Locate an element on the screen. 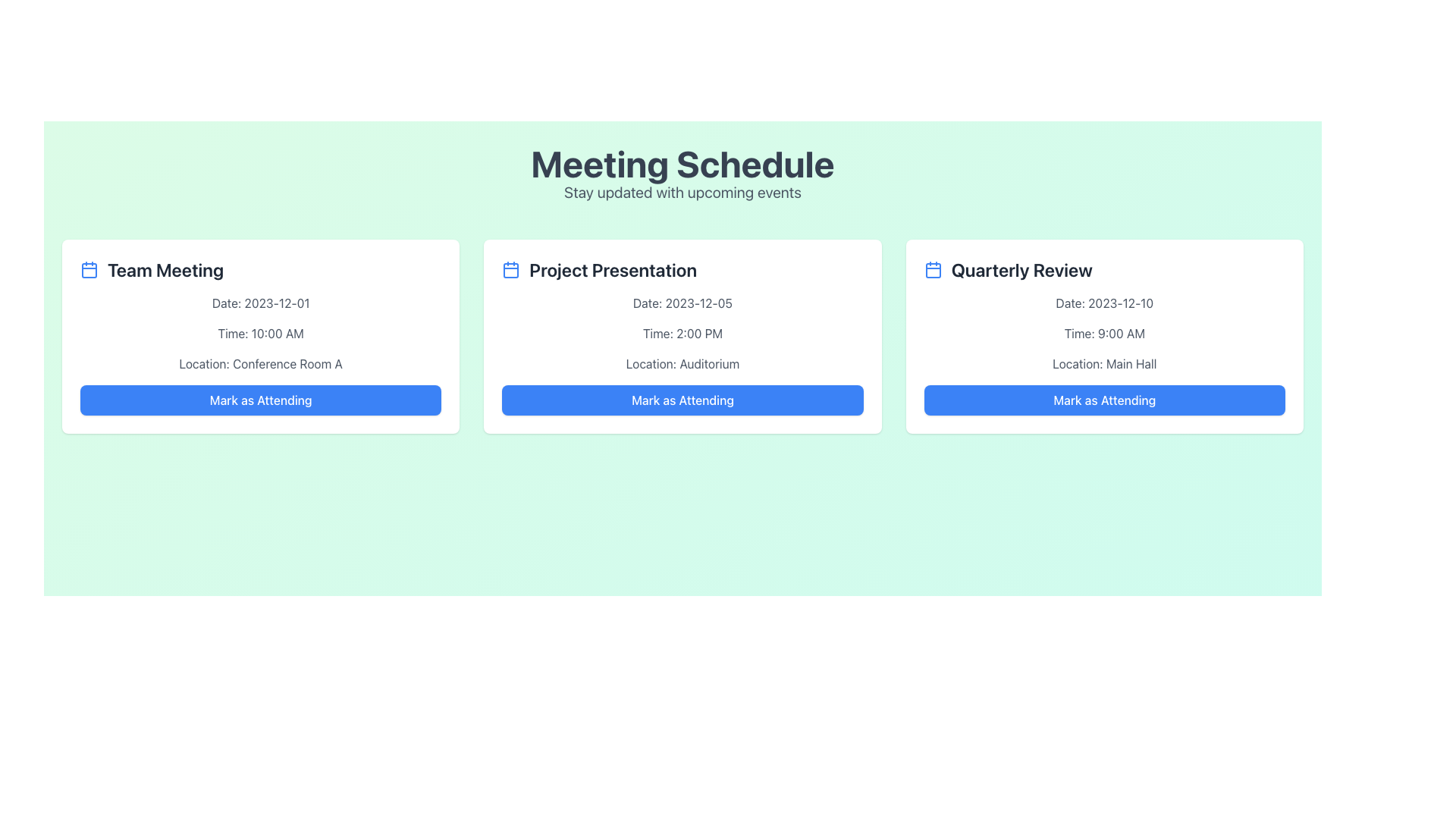 This screenshot has width=1456, height=819. the text label displaying 'Time: 2:00 PM', which is the third line within the card labeled 'Project Presentation', positioned below 'Date: 2023-12-05' and above 'Location: Auditorium' is located at coordinates (682, 332).